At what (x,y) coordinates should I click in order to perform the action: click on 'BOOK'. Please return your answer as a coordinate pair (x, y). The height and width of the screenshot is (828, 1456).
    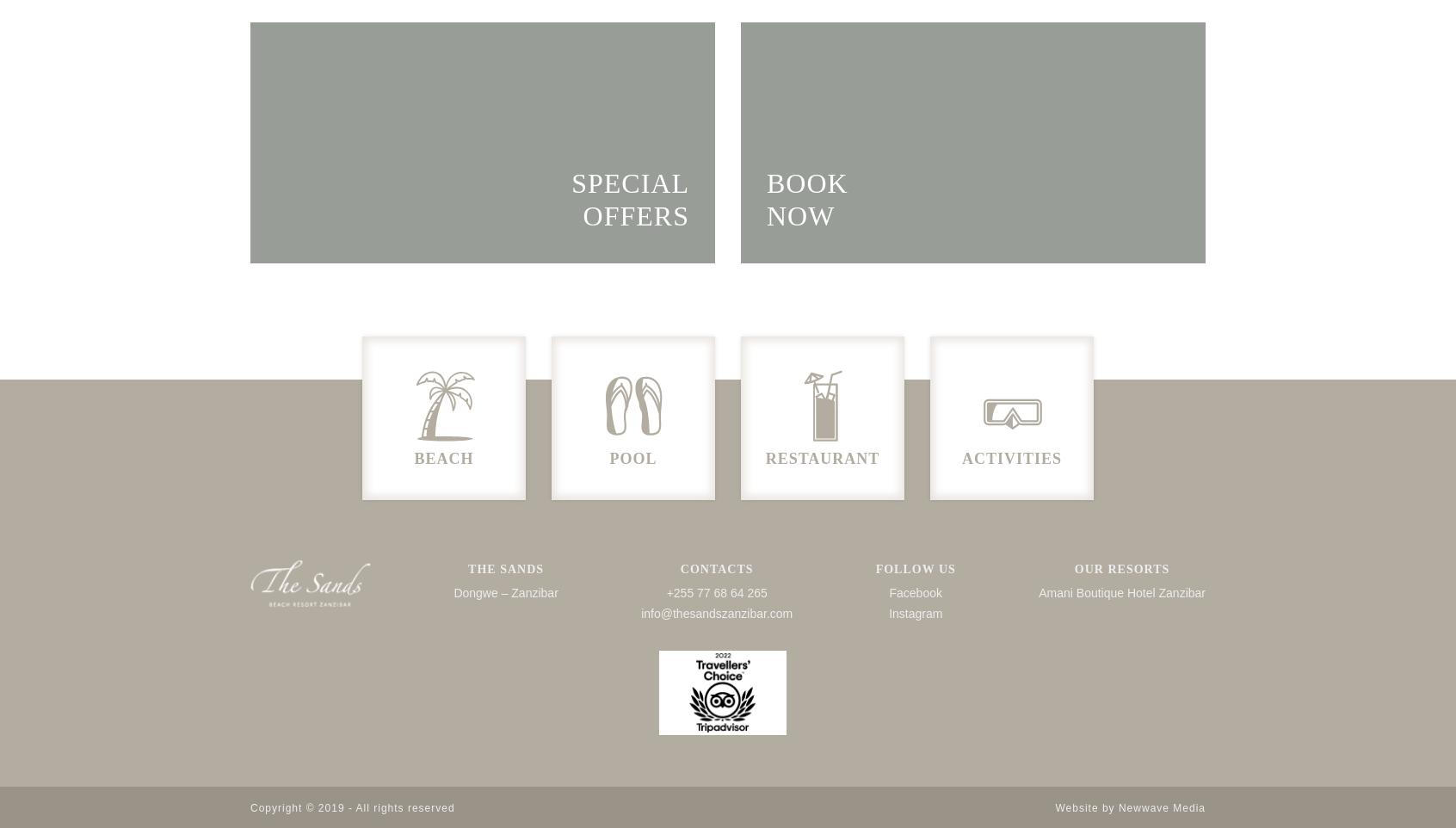
    Looking at the image, I should click on (807, 182).